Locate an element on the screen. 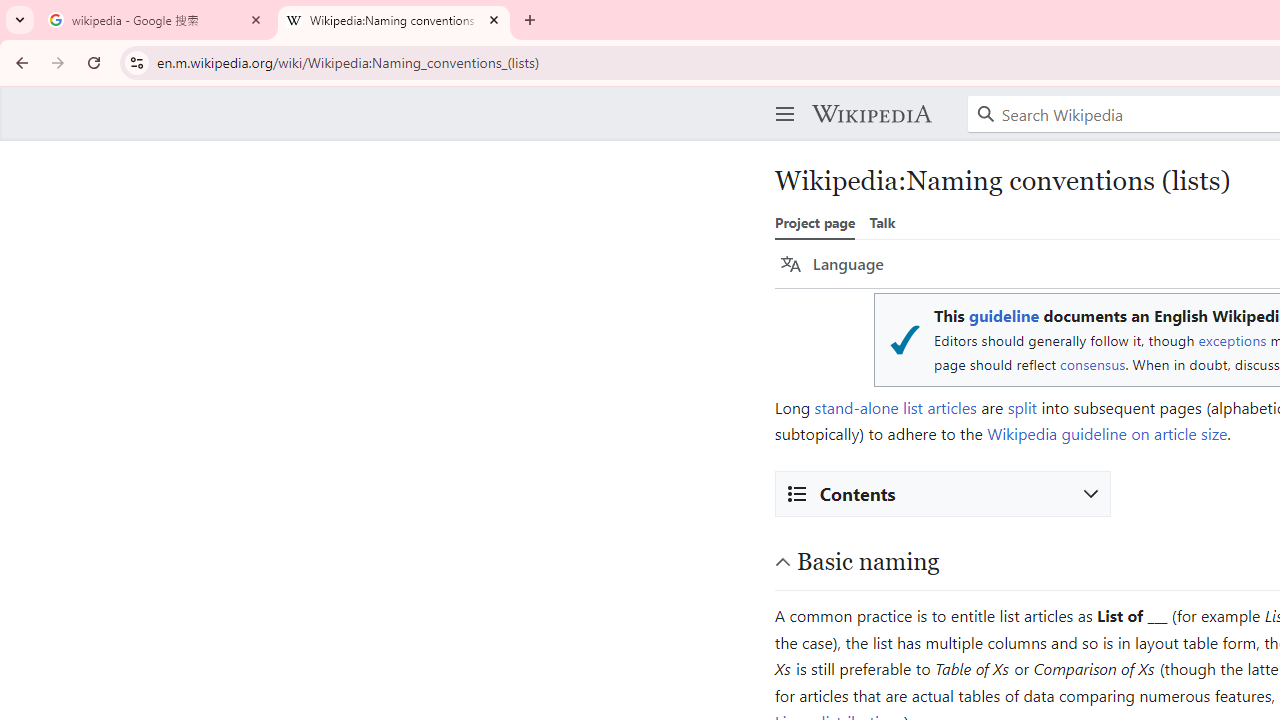 The height and width of the screenshot is (720, 1280). 'exceptions' is located at coordinates (1231, 339).